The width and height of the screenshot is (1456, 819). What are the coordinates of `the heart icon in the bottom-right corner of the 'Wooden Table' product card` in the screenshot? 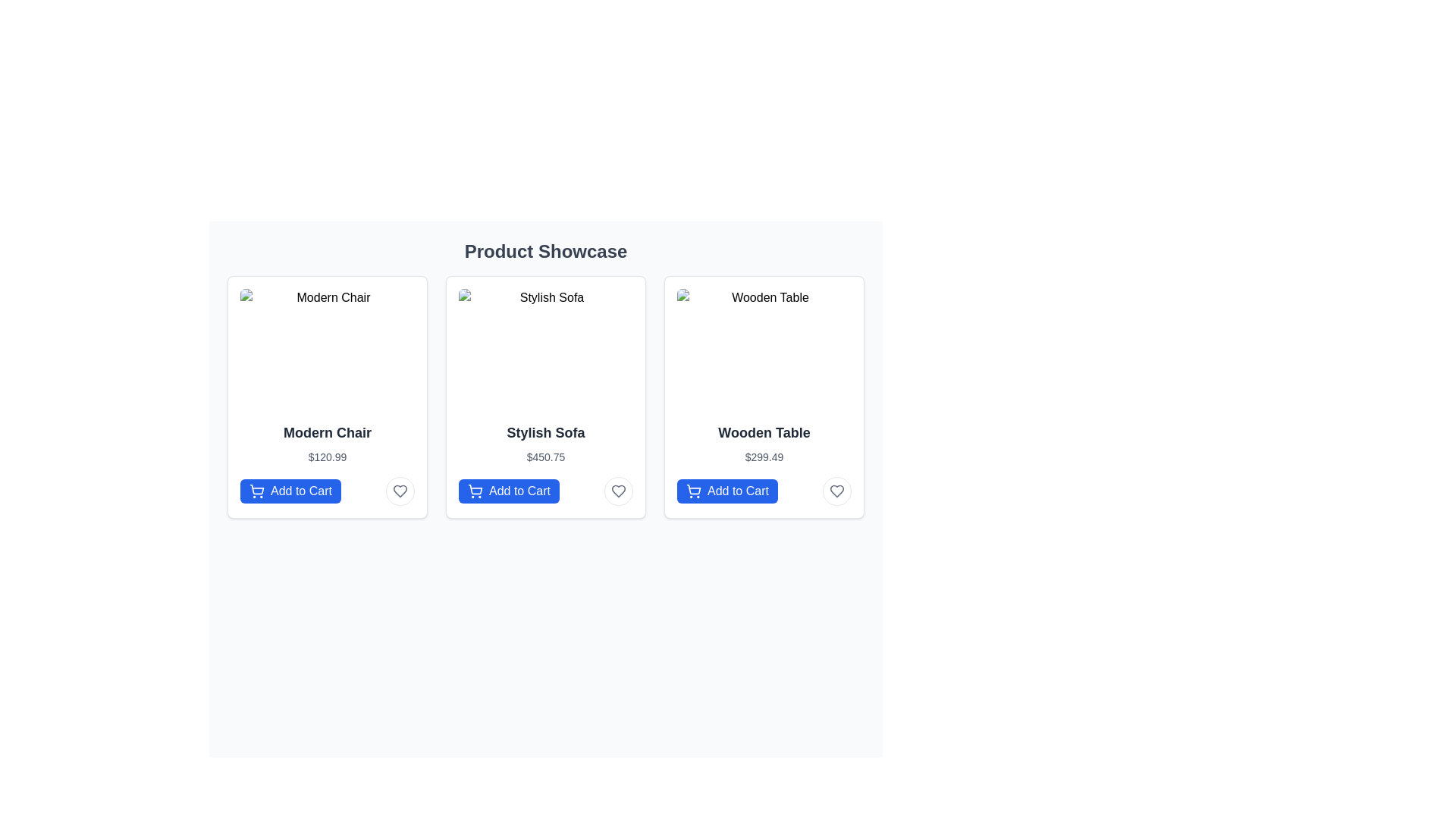 It's located at (836, 491).